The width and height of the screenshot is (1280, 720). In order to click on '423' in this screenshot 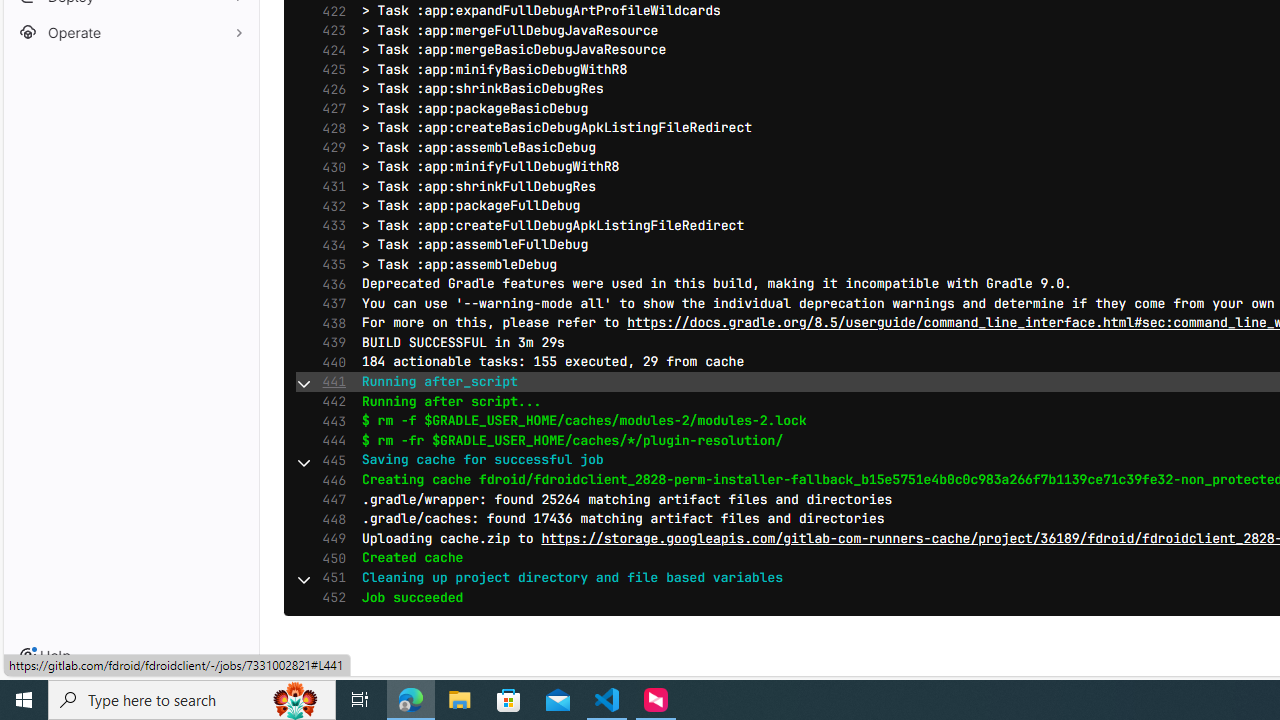, I will do `click(329, 30)`.